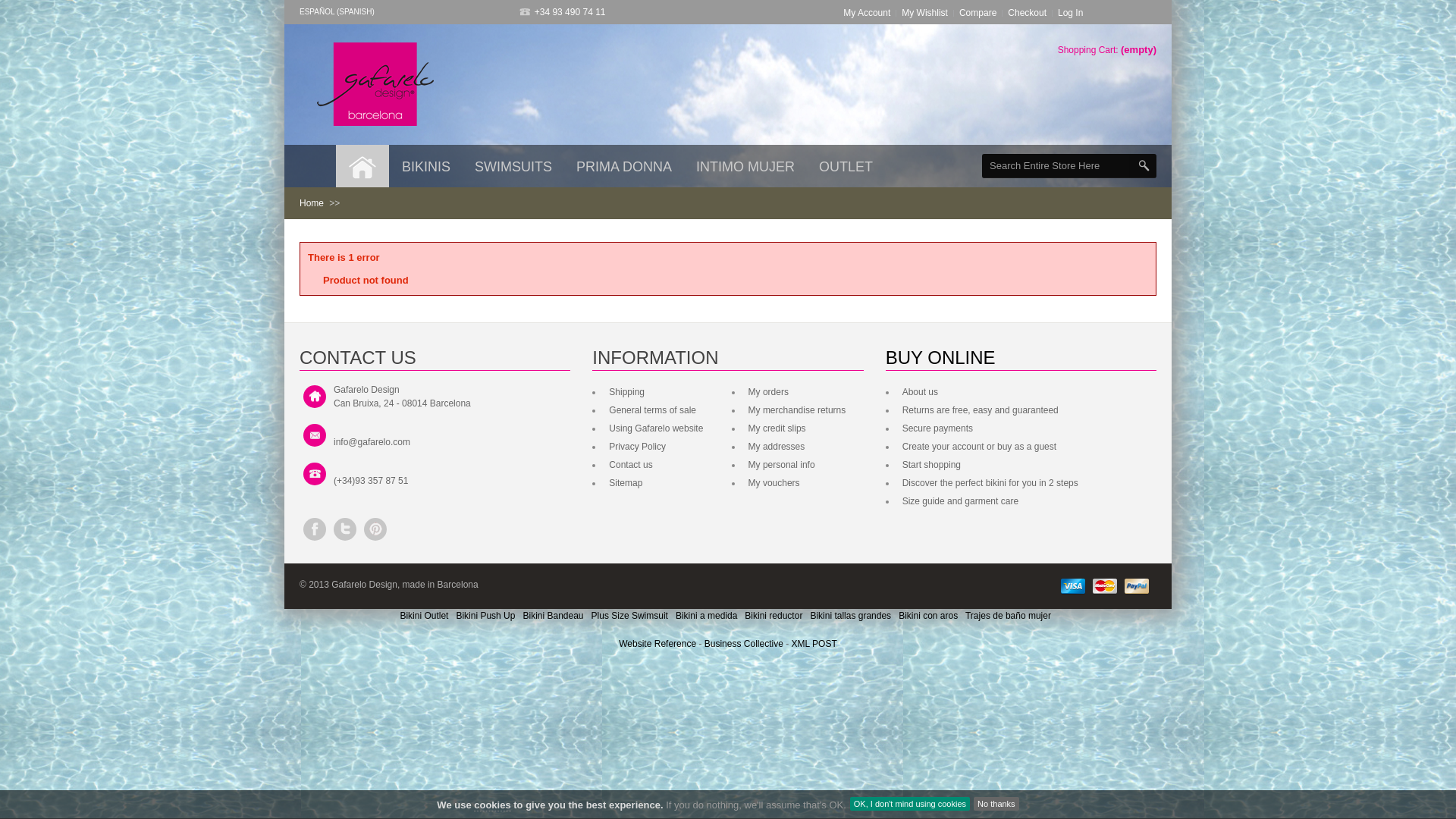 This screenshot has height=819, width=1456. Describe the element at coordinates (845, 166) in the screenshot. I see `'OUTLET'` at that location.